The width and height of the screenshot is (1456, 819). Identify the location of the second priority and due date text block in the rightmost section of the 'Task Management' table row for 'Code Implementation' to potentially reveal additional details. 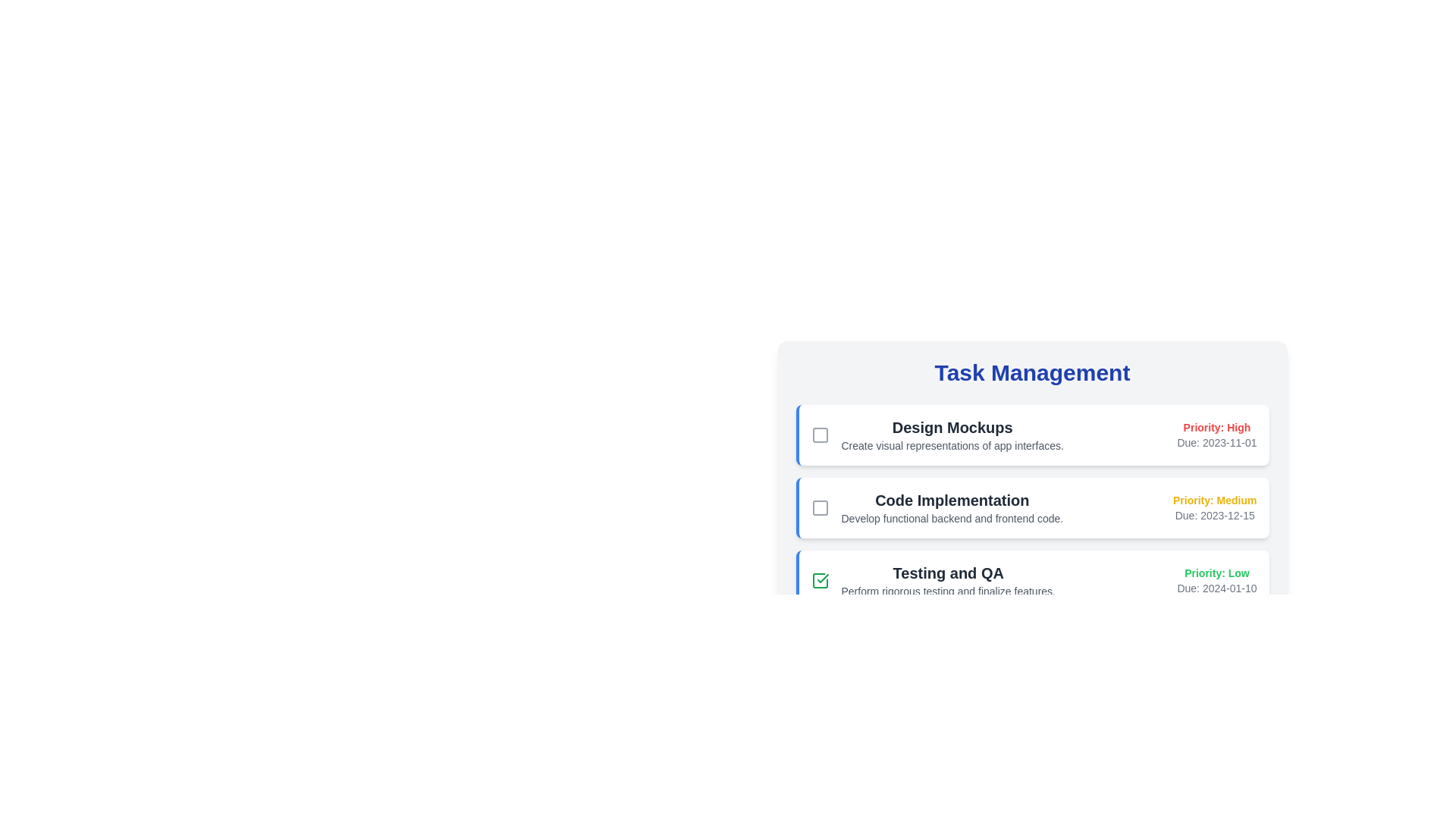
(1215, 508).